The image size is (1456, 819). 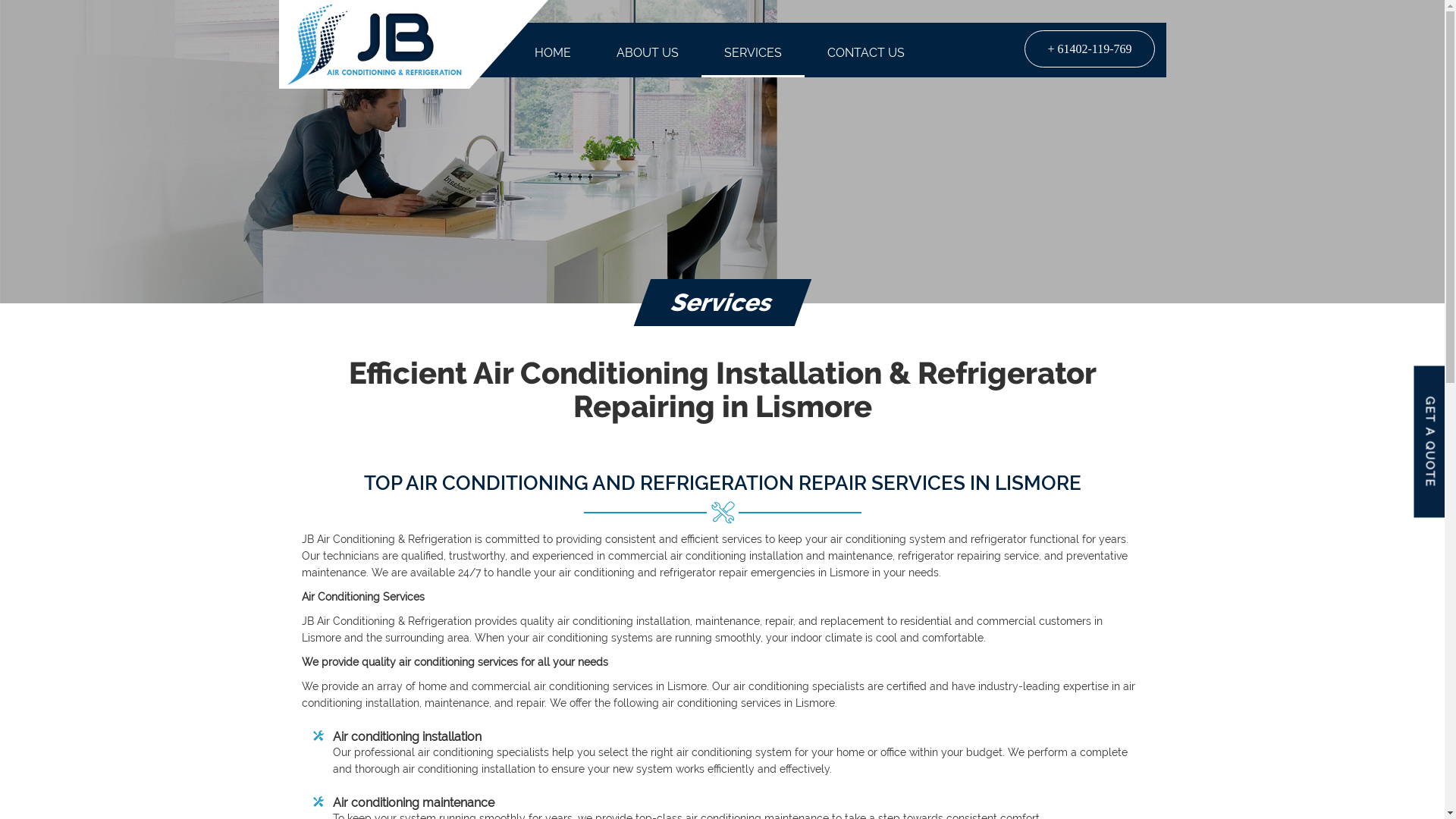 What do you see at coordinates (1088, 48) in the screenshot?
I see `'+ 61402-119-769'` at bounding box center [1088, 48].